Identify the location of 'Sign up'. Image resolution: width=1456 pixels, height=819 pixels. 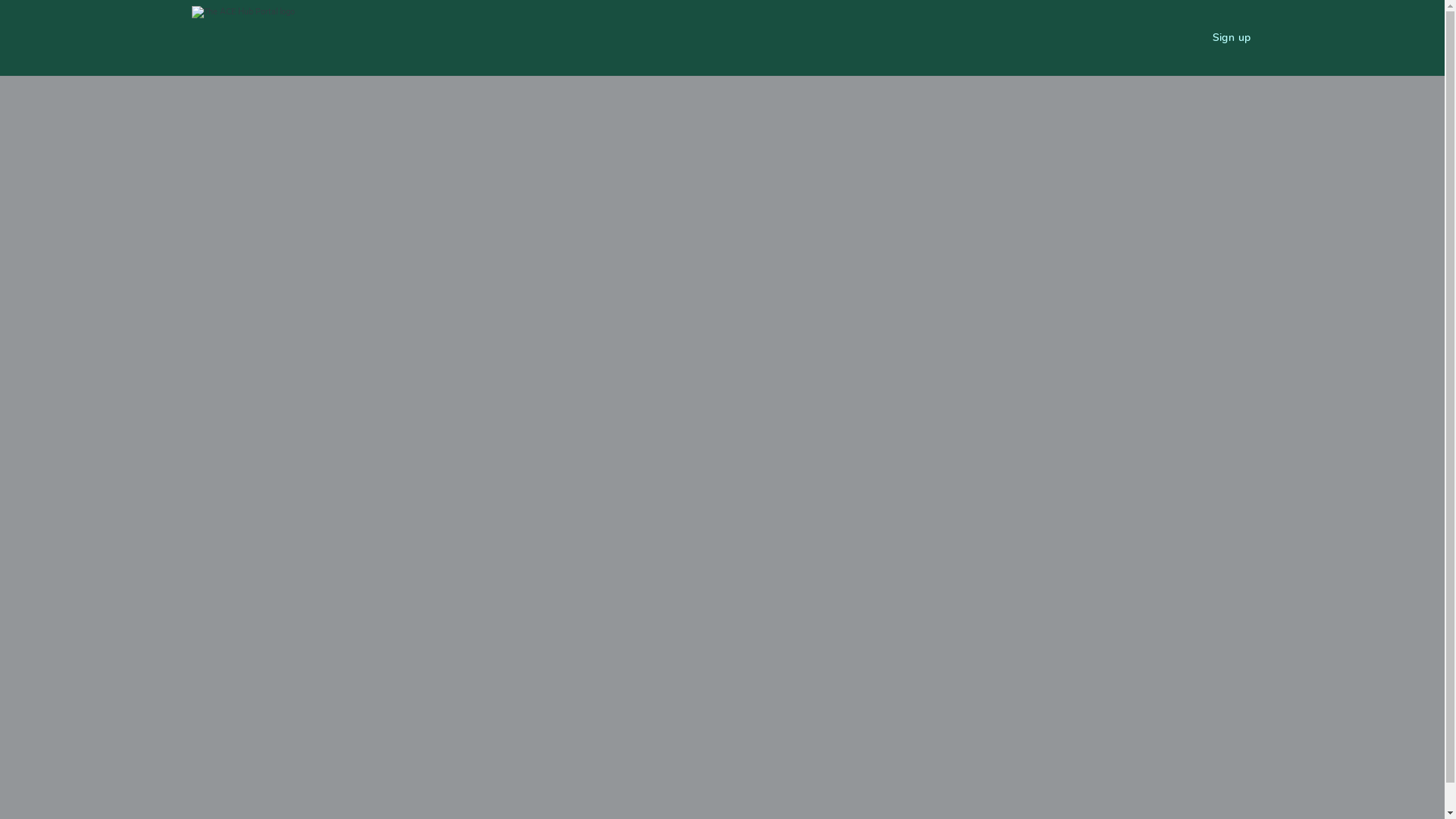
(1232, 37).